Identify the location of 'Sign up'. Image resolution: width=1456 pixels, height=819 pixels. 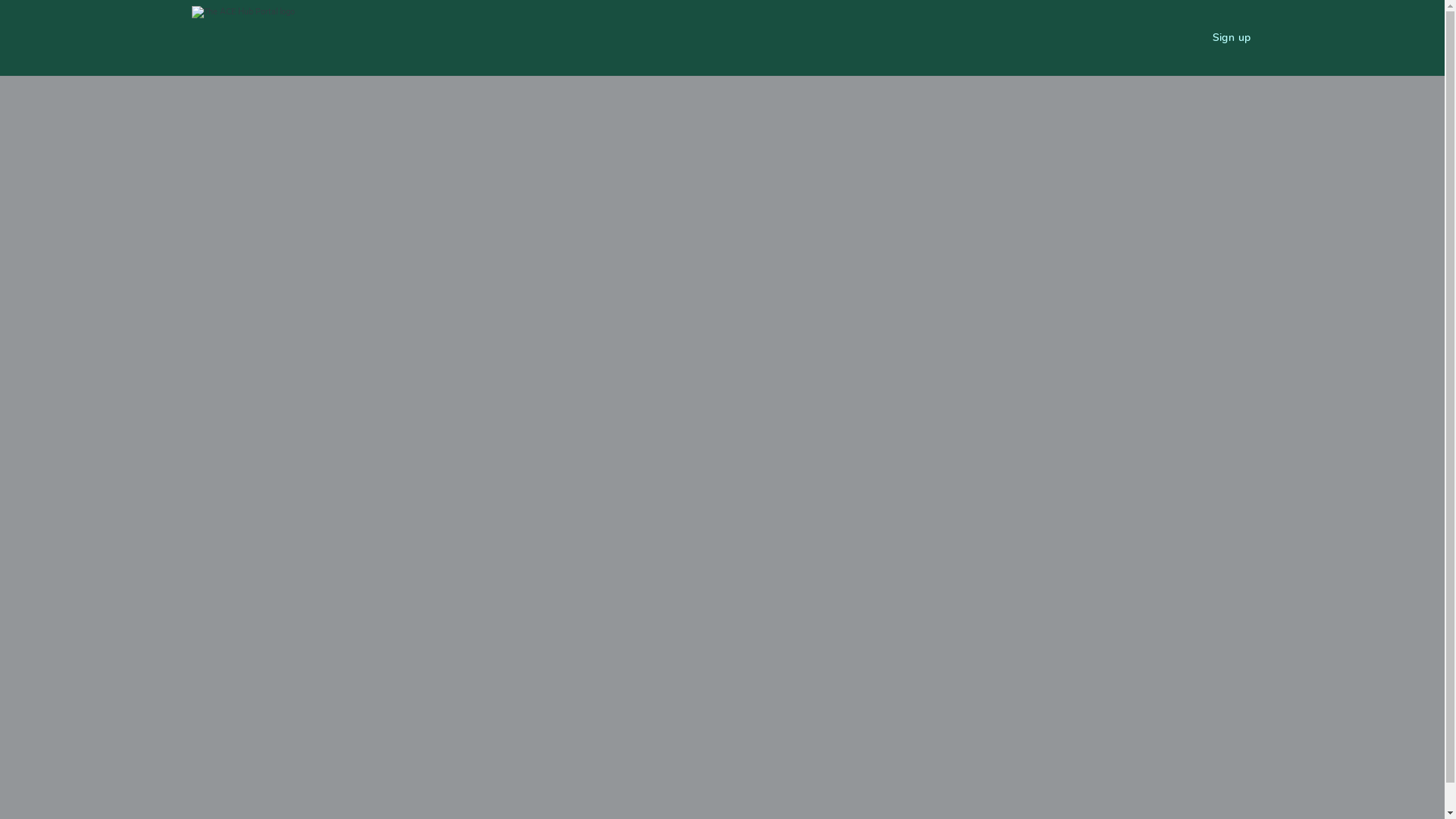
(1232, 37).